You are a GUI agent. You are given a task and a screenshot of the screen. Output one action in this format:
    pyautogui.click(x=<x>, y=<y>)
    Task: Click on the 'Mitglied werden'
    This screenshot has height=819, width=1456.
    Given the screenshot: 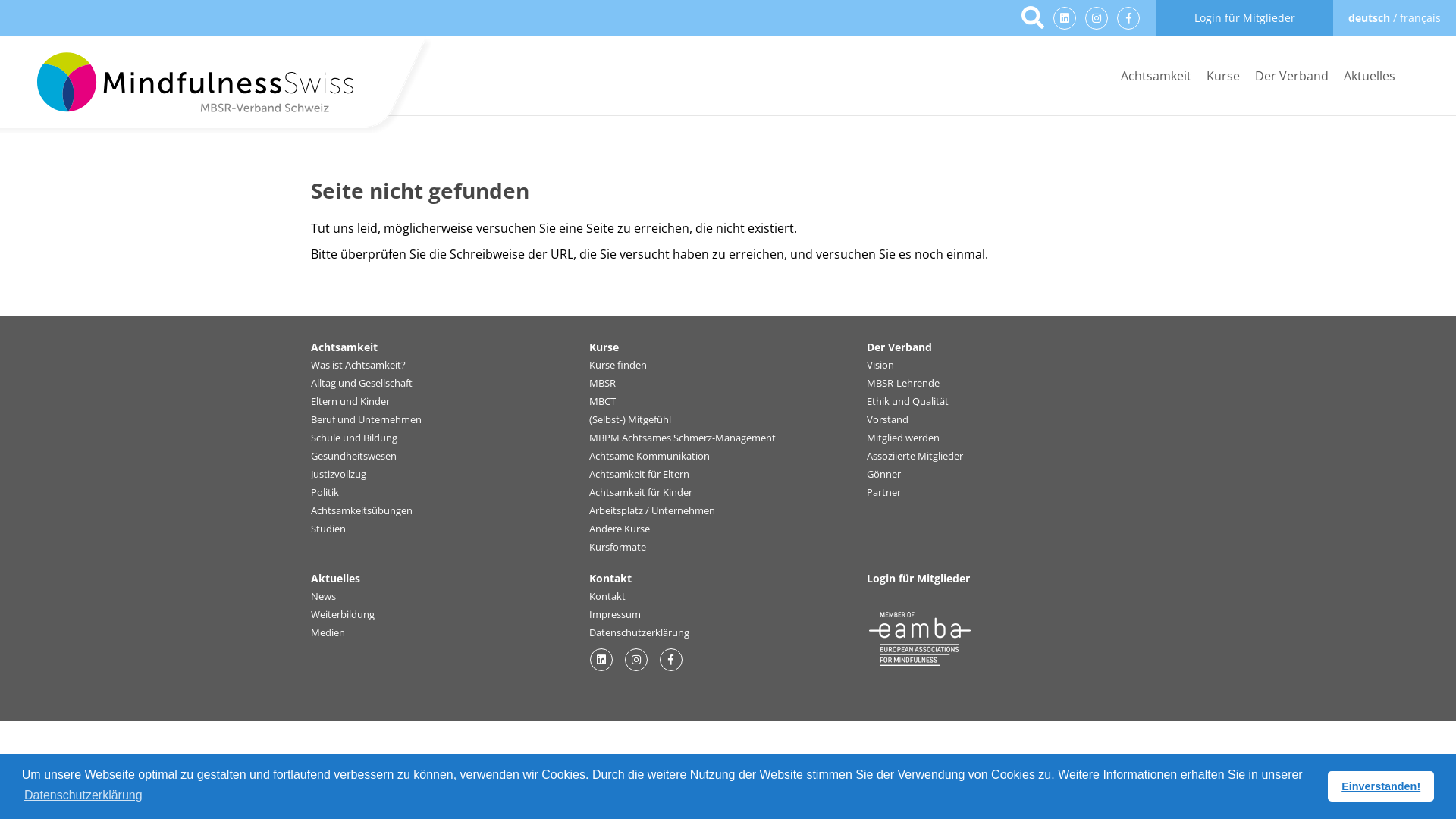 What is the action you would take?
    pyautogui.click(x=902, y=438)
    